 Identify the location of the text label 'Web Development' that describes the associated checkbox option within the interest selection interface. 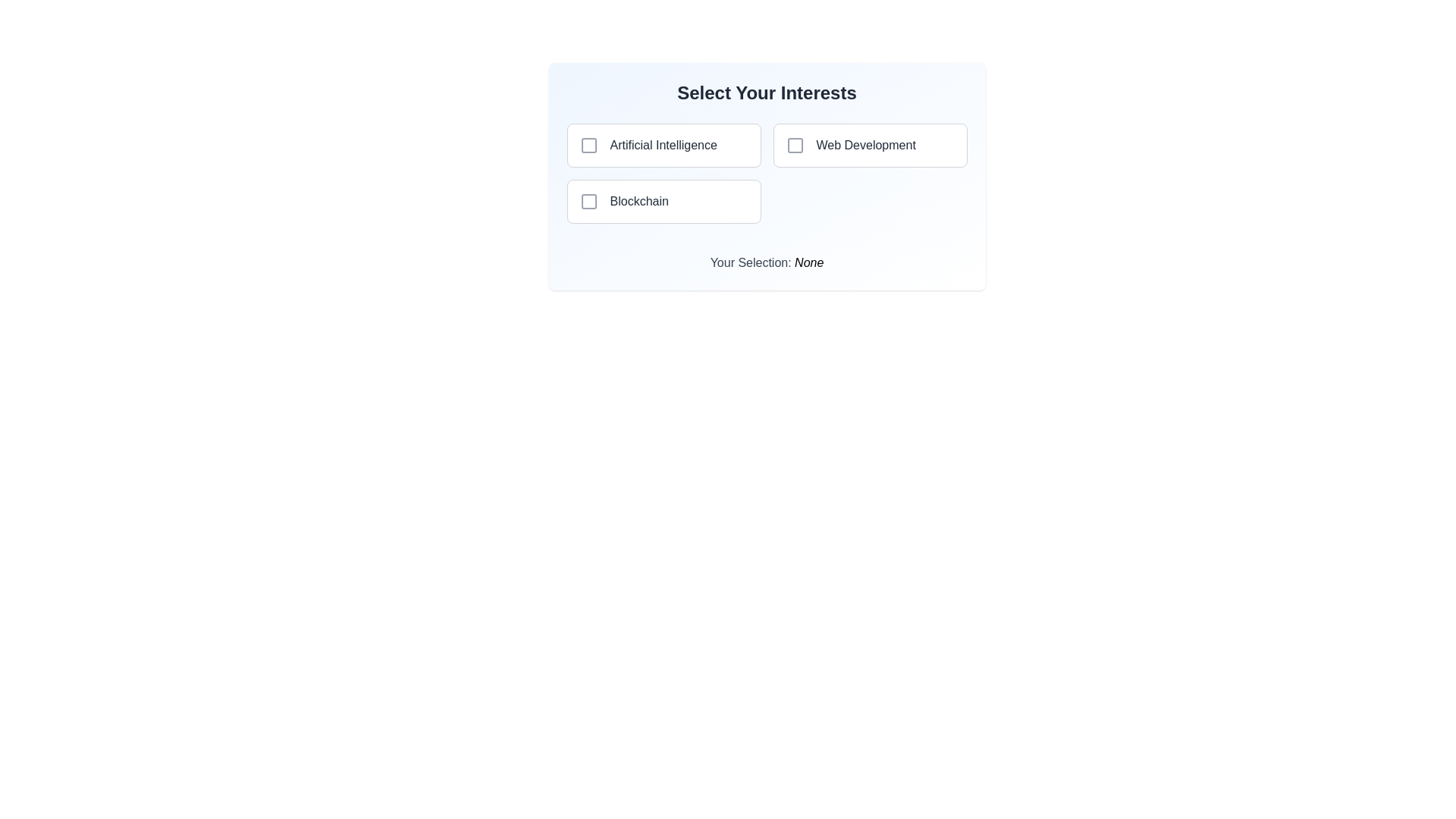
(866, 146).